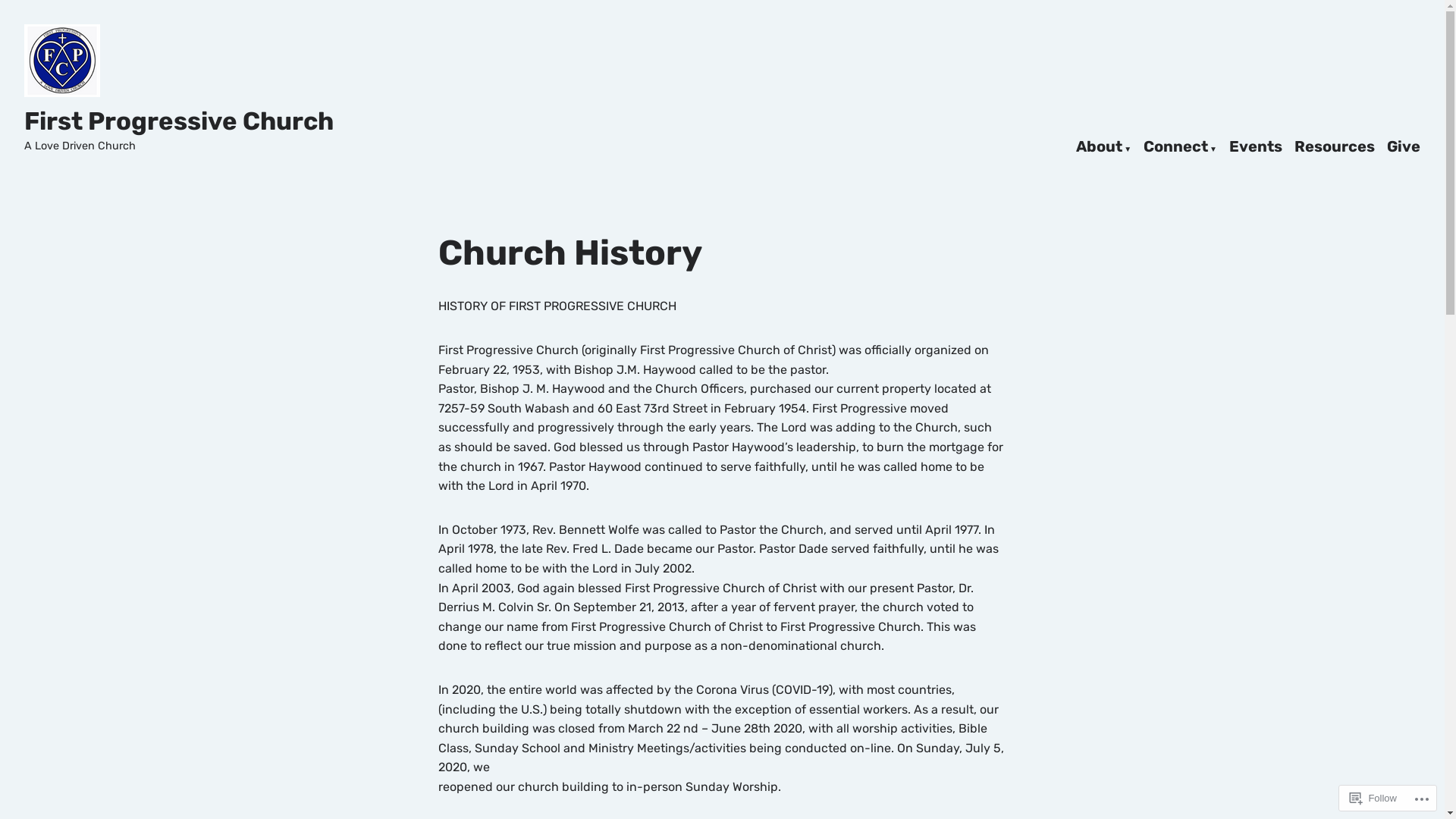  Describe the element at coordinates (1335, 146) in the screenshot. I see `'Resources'` at that location.